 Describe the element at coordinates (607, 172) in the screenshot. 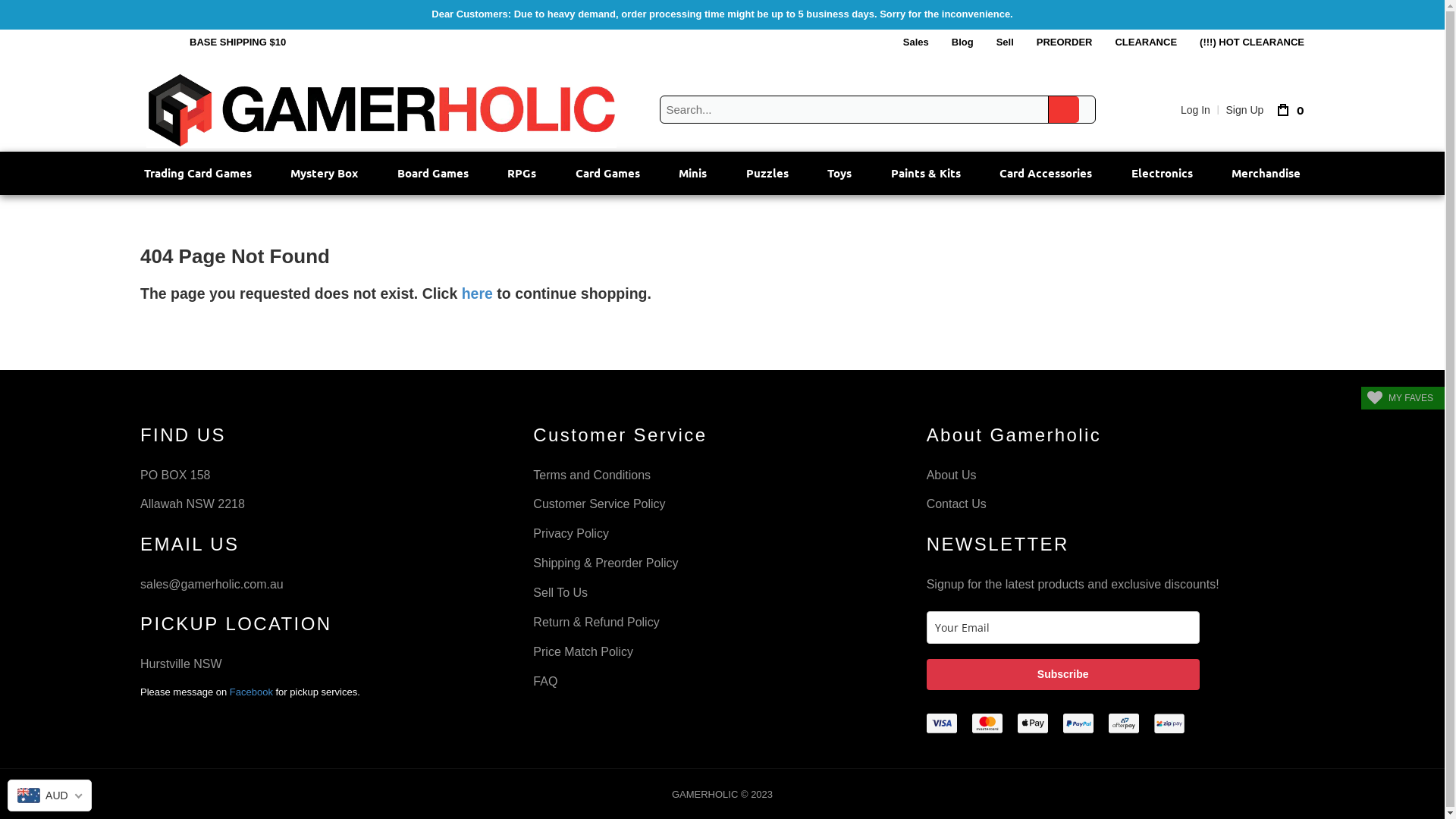

I see `'Card Games'` at that location.